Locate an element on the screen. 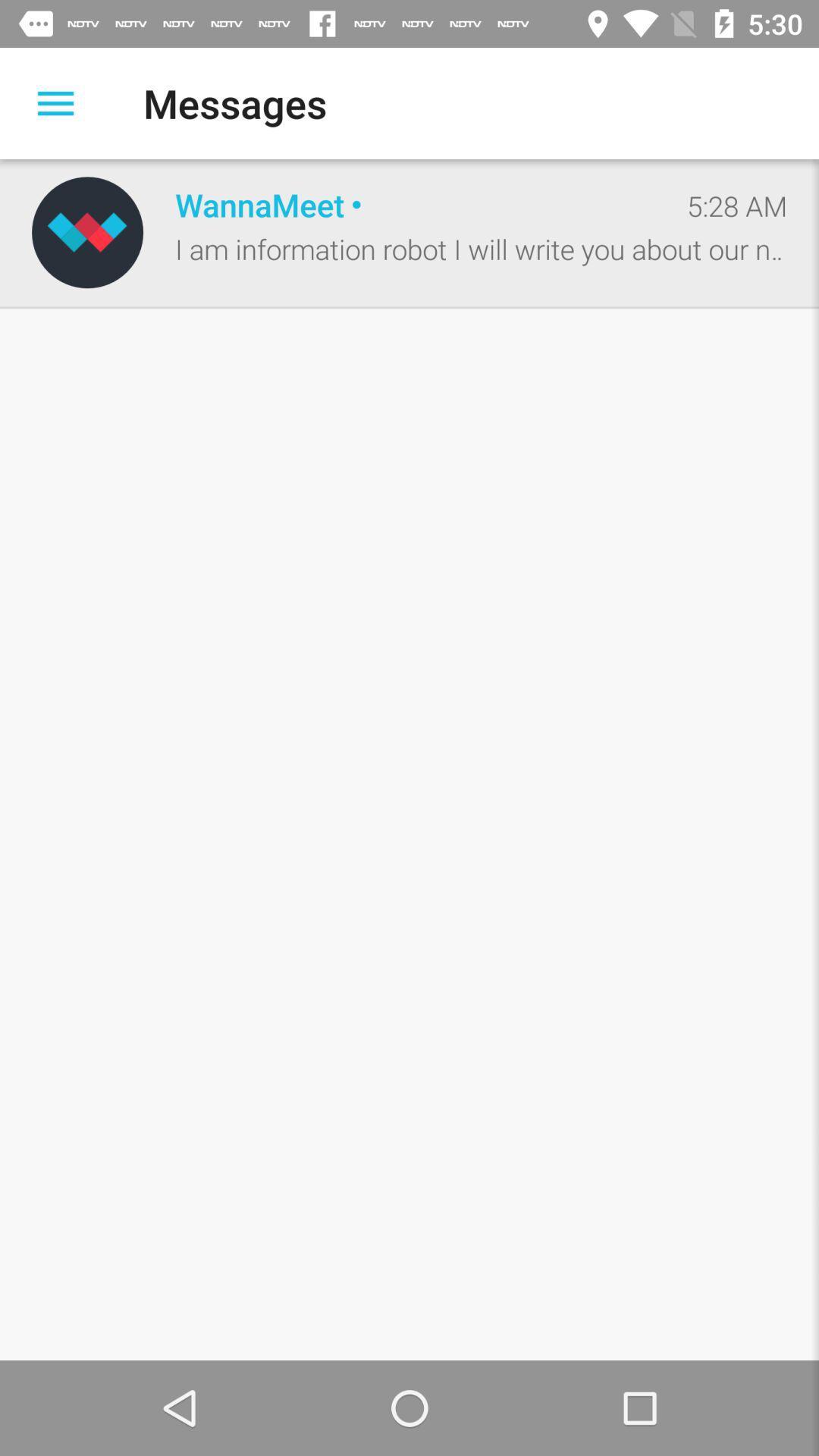 The width and height of the screenshot is (819, 1456). the item at the top right corner is located at coordinates (736, 205).